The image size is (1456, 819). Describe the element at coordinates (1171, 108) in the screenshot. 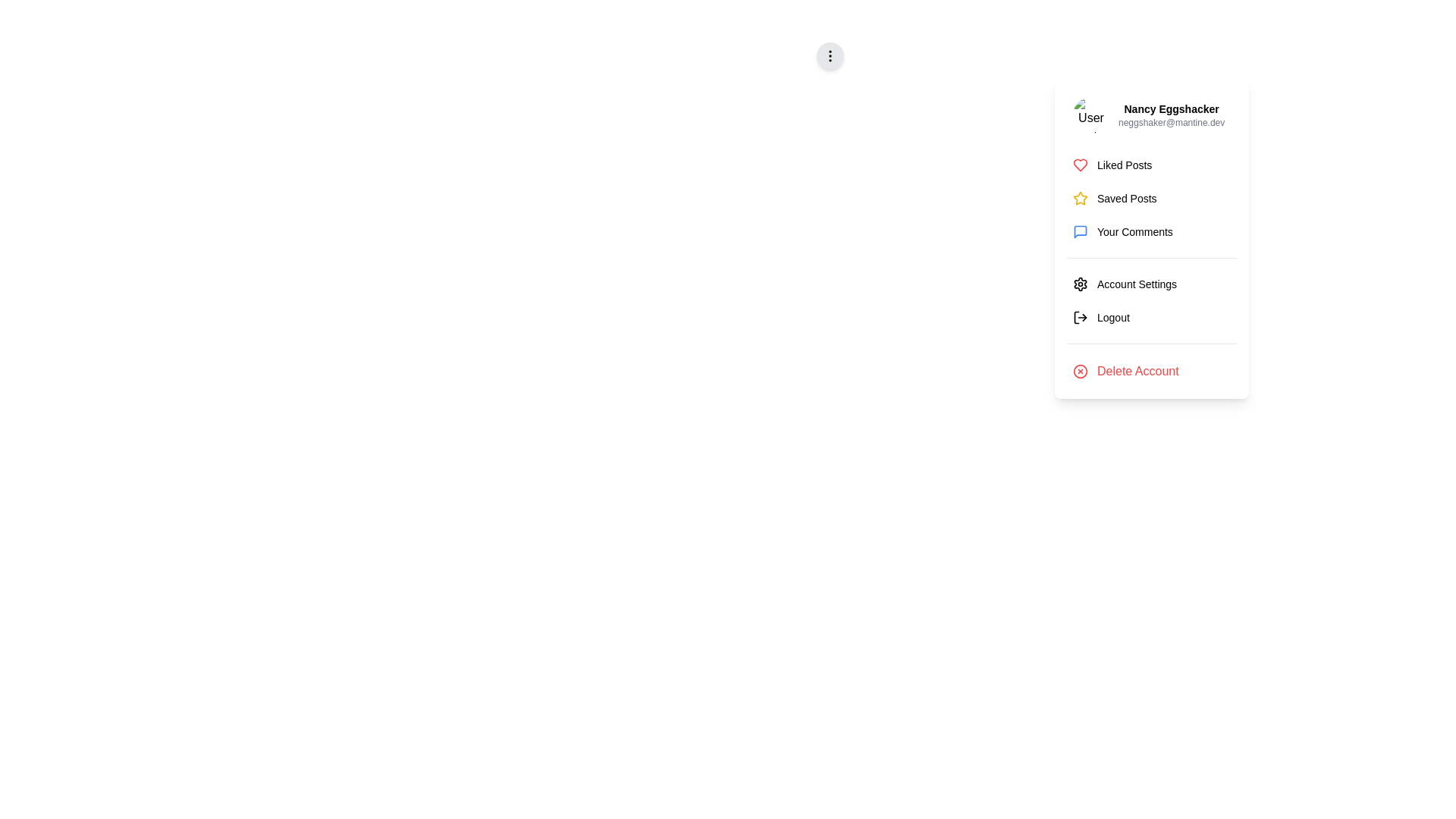

I see `displayed name 'Nancy Eggshacker' from the text label located at the top of the user profile section` at that location.